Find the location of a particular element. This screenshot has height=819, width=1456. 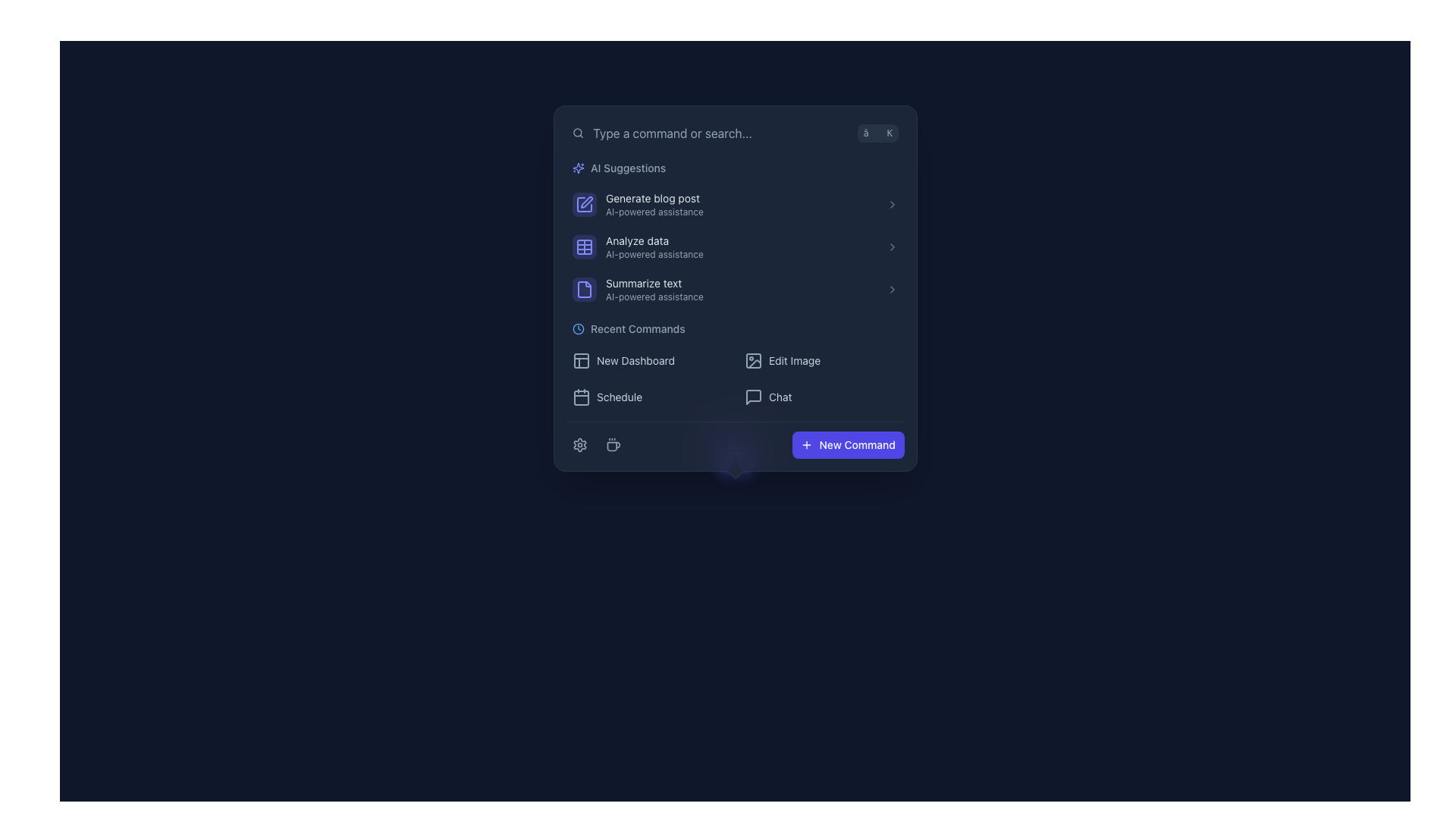

the icon representing an option or tool for analyzing or displaying data in table format, located under the 'AI Suggestions' section, second from the top is located at coordinates (583, 246).